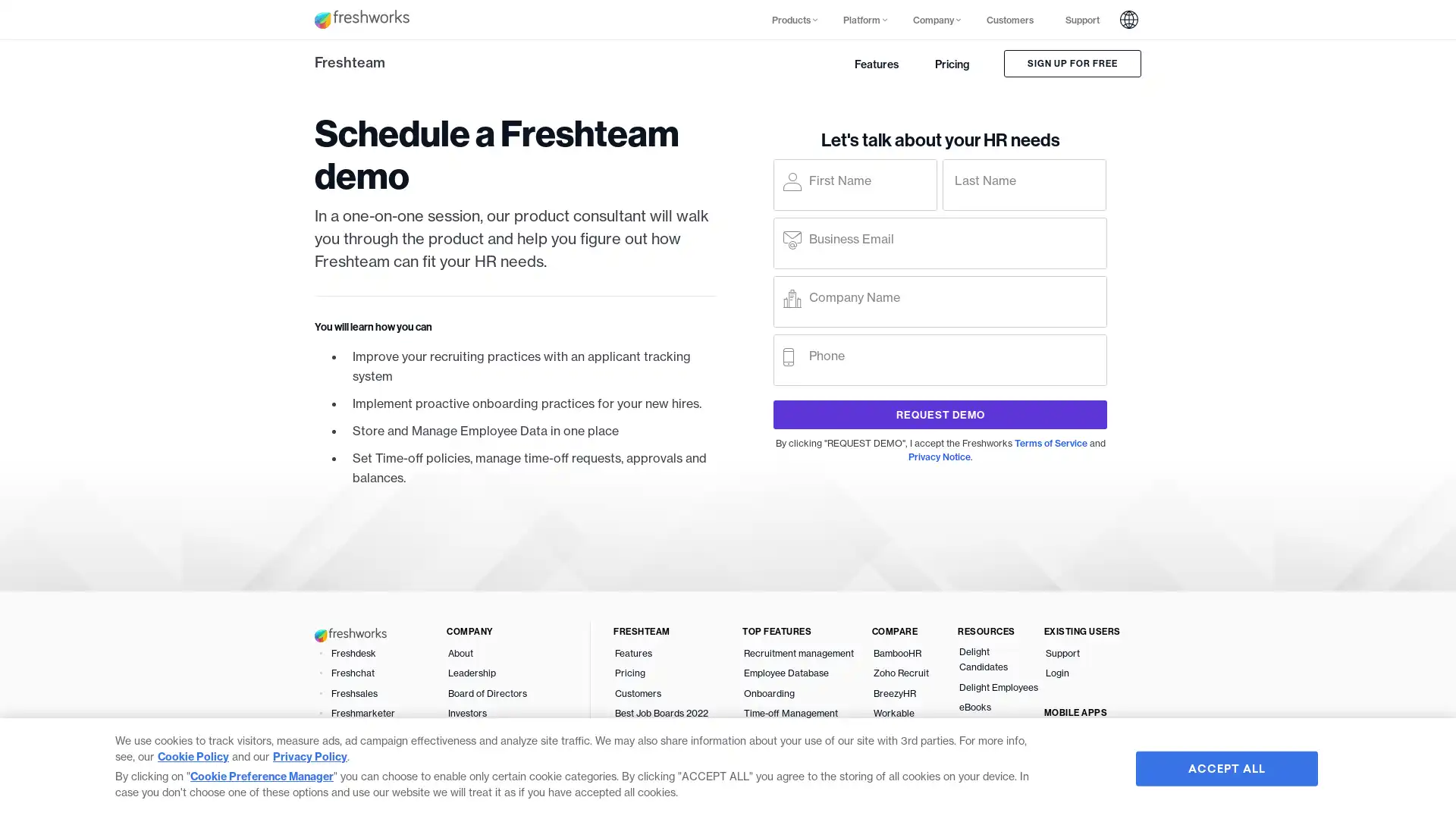  What do you see at coordinates (806, 631) in the screenshot?
I see `TOP FEATURES` at bounding box center [806, 631].